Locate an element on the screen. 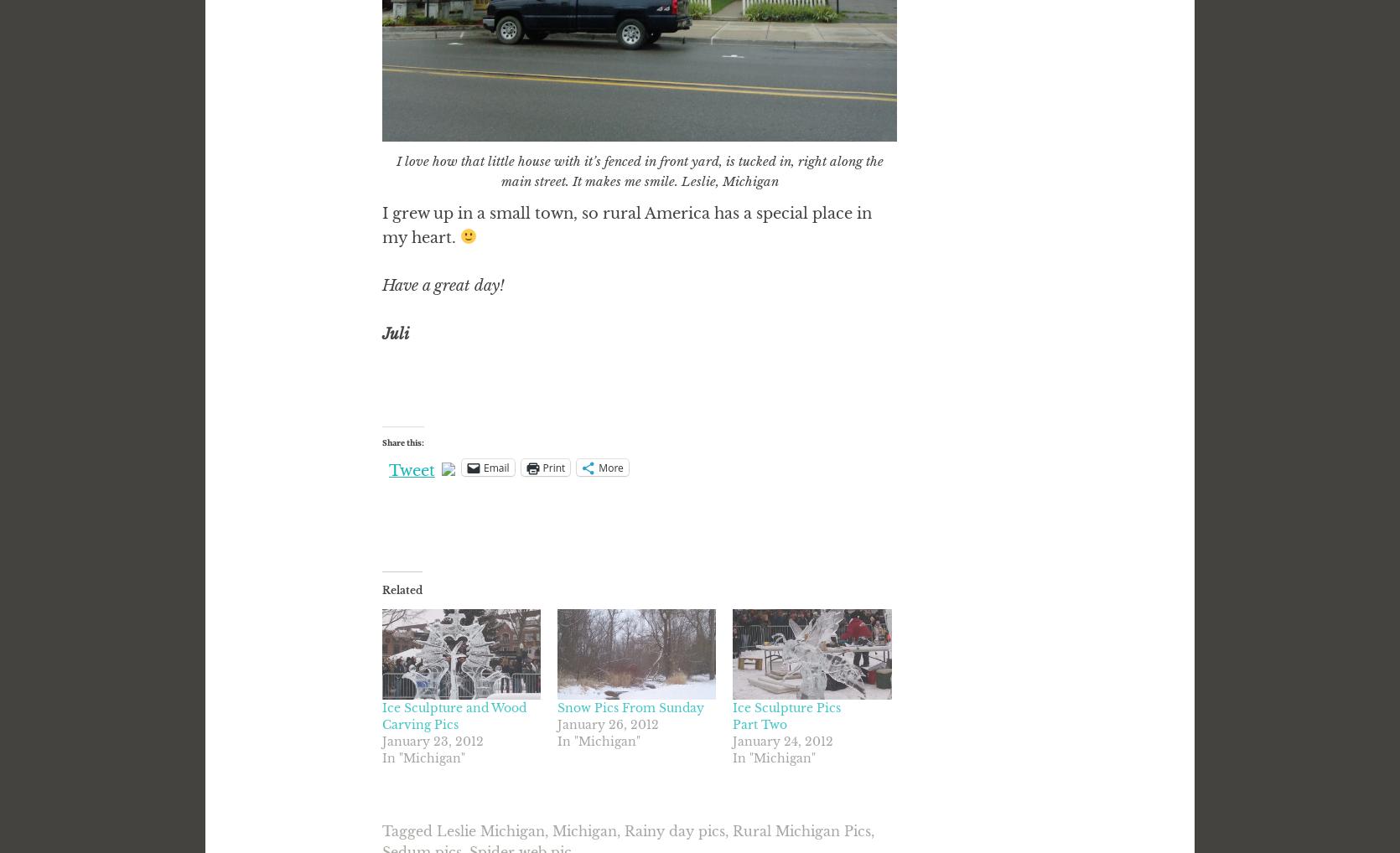 This screenshot has width=1400, height=853. 'I love how that little house with it’s fenced in front yard, is tucked in, right along the main street. It makes me smile. Leslie, Michigan' is located at coordinates (638, 170).